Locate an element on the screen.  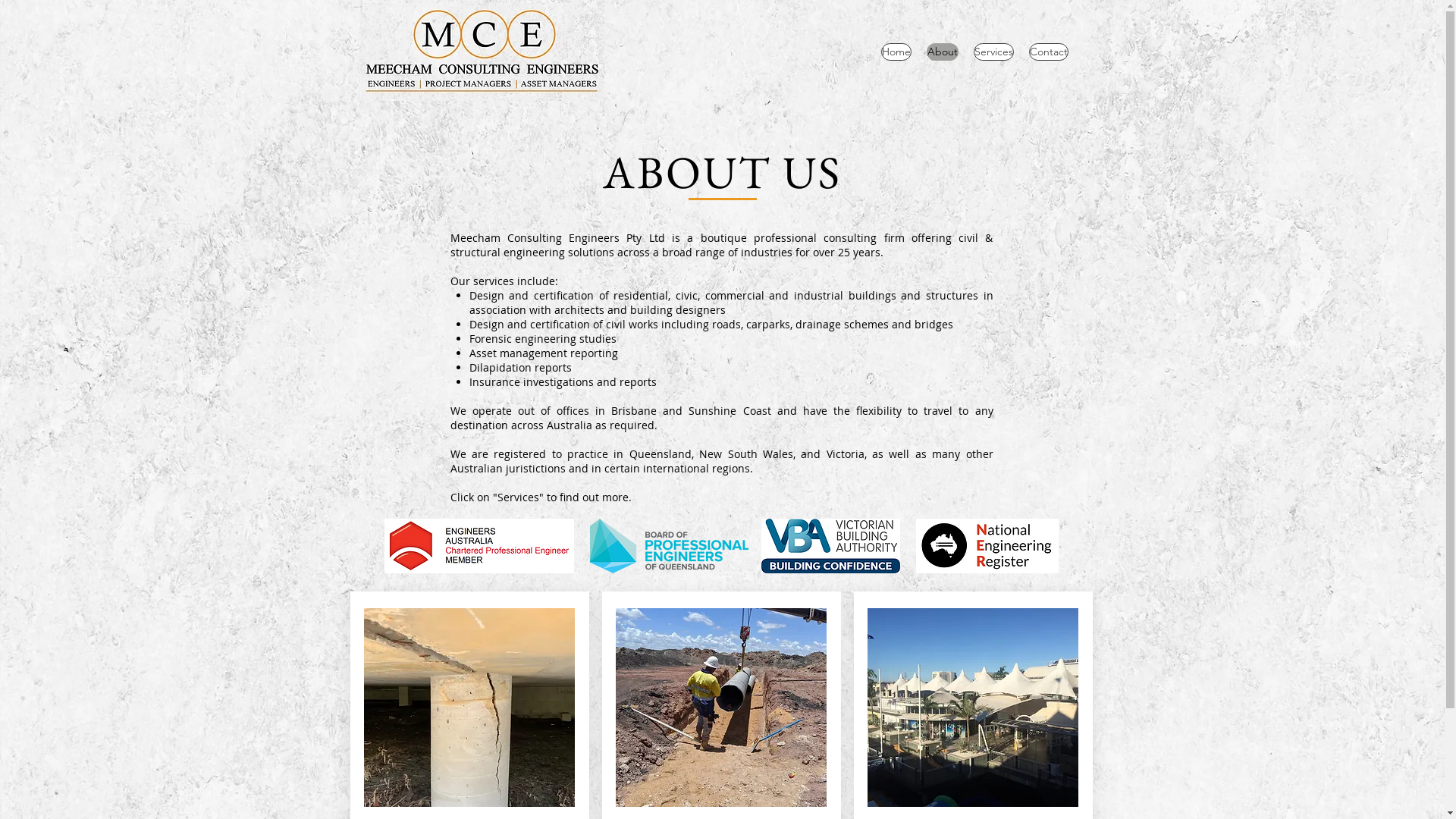
'Services' is located at coordinates (993, 51).